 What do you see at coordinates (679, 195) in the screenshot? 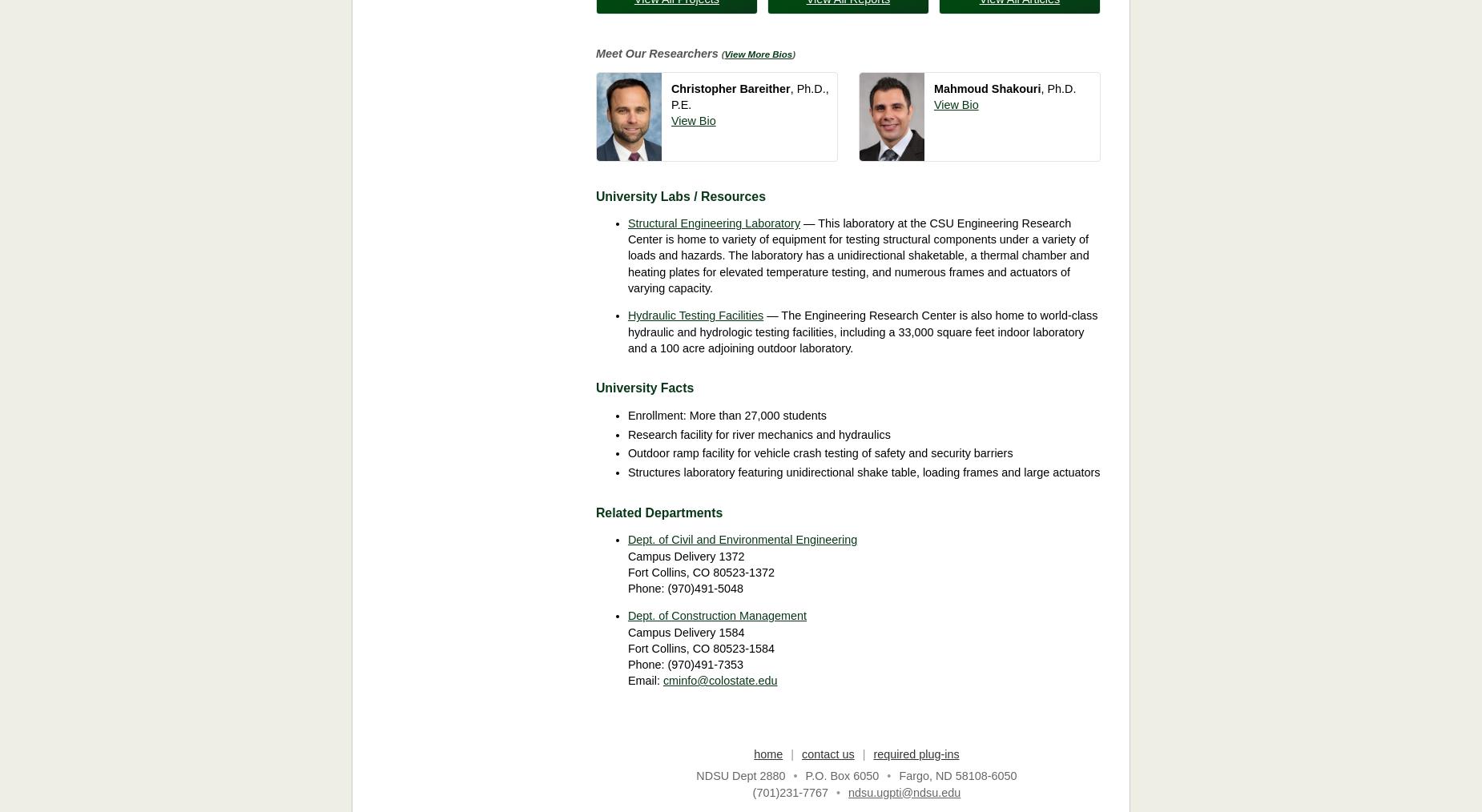
I see `'University Labs / Resources'` at bounding box center [679, 195].